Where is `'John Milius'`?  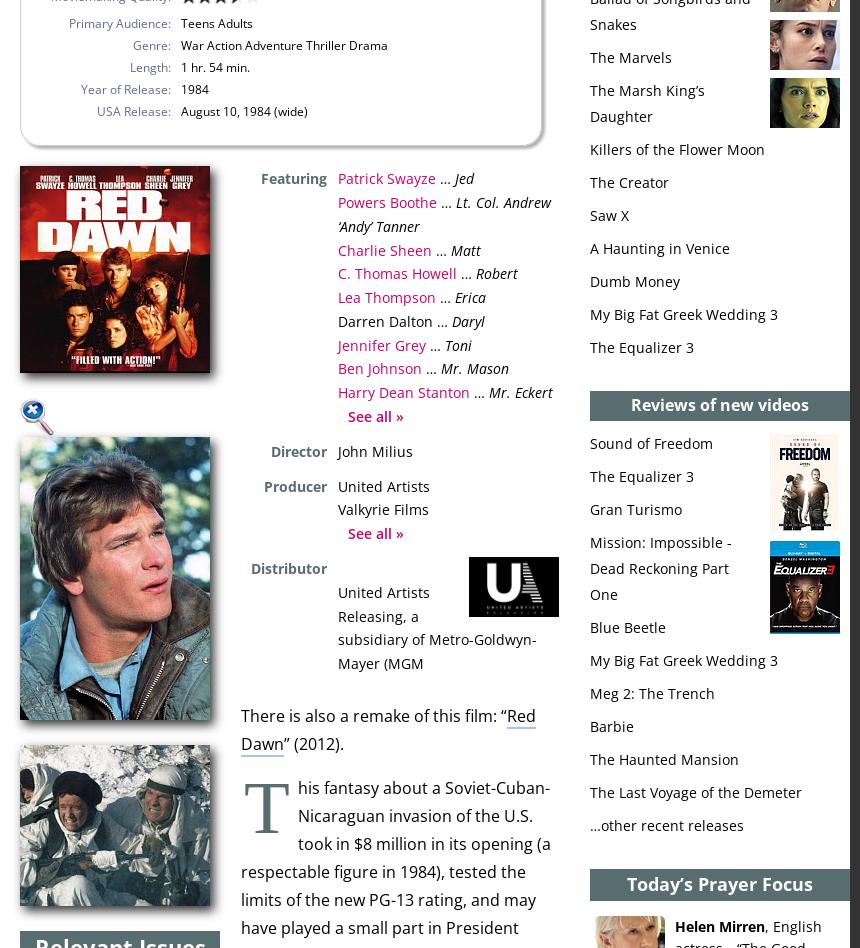
'John Milius' is located at coordinates (375, 449).